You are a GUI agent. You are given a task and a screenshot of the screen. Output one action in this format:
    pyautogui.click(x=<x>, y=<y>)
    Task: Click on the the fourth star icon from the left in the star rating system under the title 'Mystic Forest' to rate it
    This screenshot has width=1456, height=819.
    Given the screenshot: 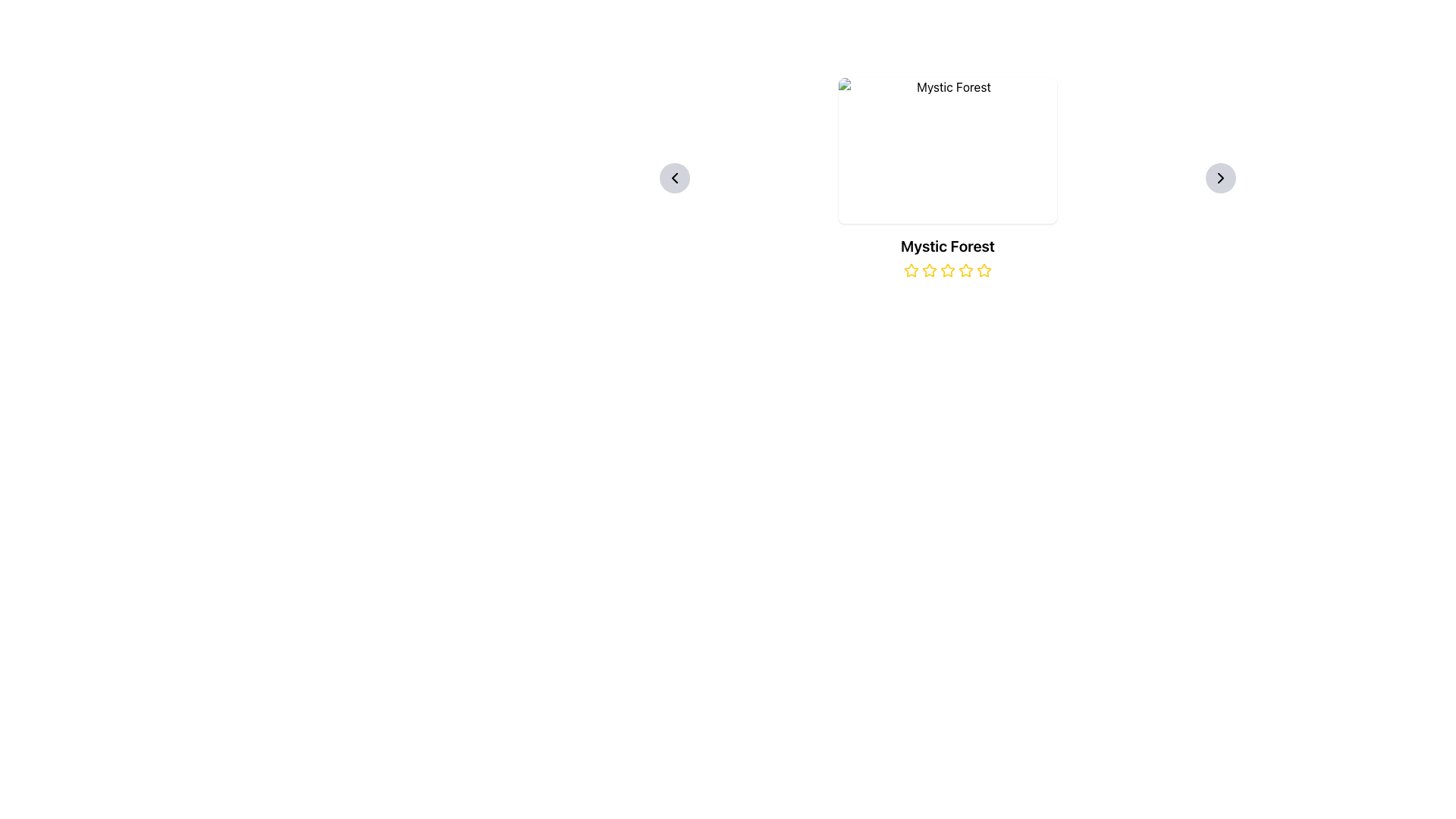 What is the action you would take?
    pyautogui.click(x=946, y=268)
    